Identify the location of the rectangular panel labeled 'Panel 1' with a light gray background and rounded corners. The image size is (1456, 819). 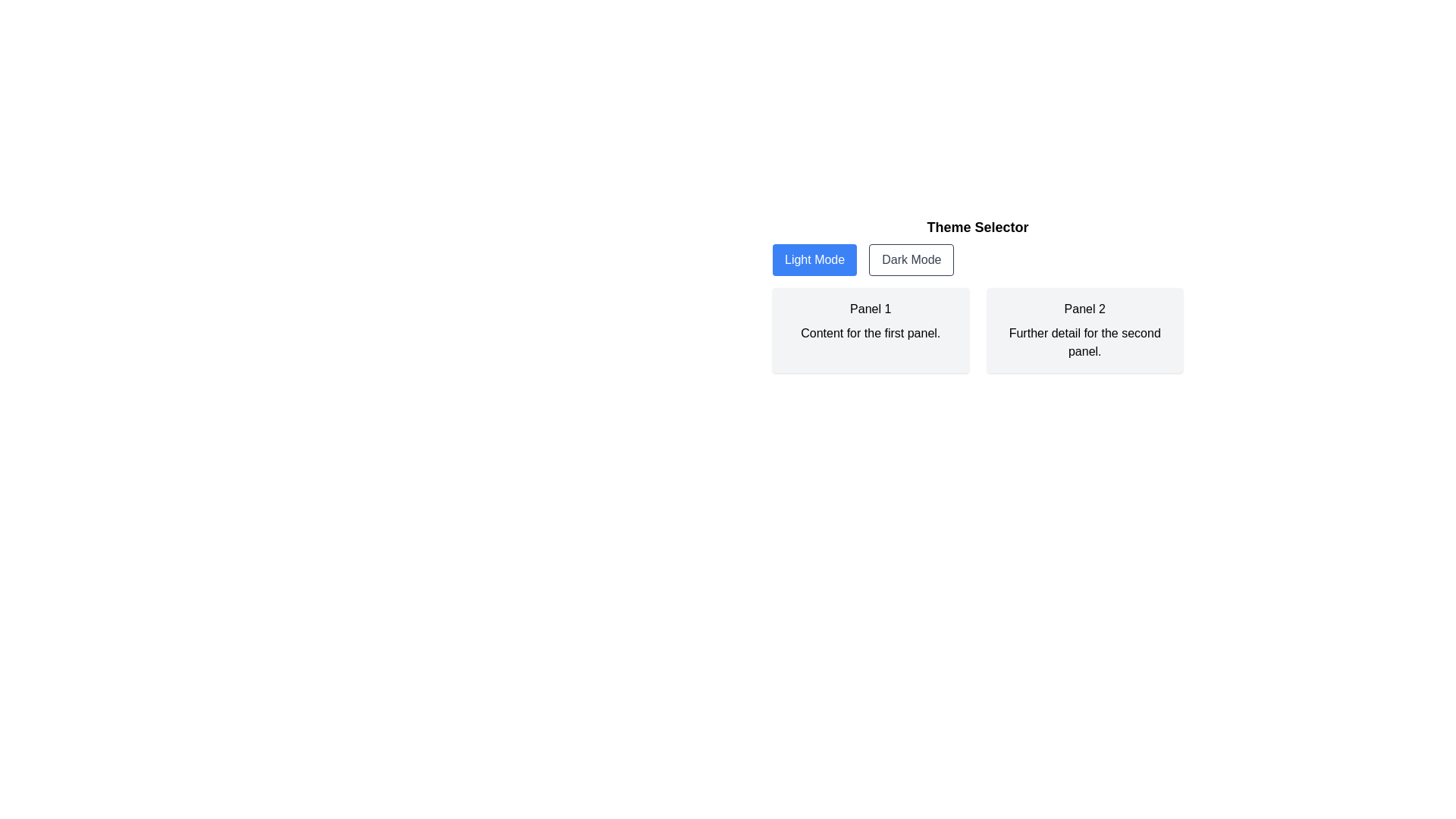
(871, 329).